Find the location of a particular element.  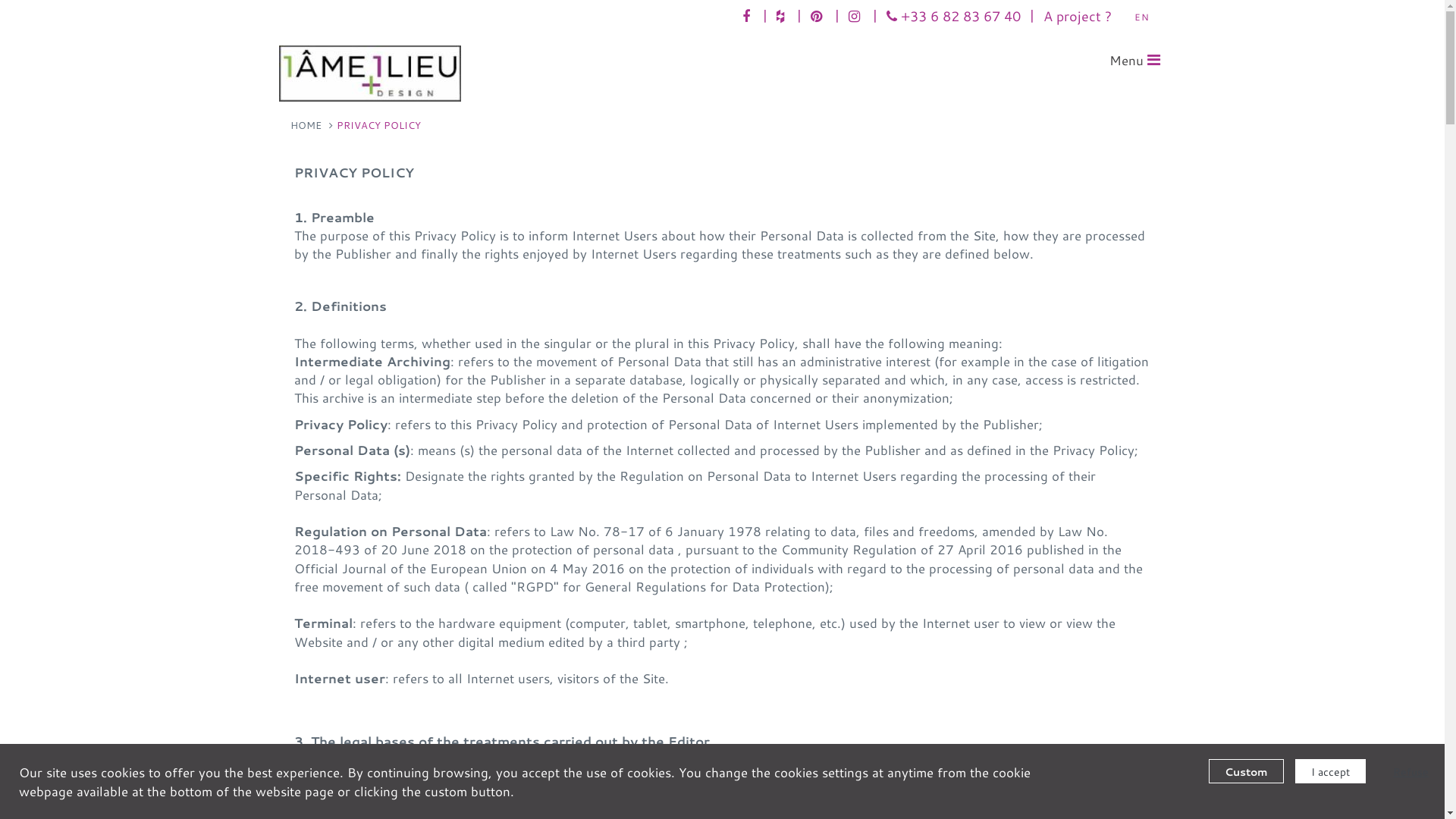

'Menu' is located at coordinates (1134, 60).